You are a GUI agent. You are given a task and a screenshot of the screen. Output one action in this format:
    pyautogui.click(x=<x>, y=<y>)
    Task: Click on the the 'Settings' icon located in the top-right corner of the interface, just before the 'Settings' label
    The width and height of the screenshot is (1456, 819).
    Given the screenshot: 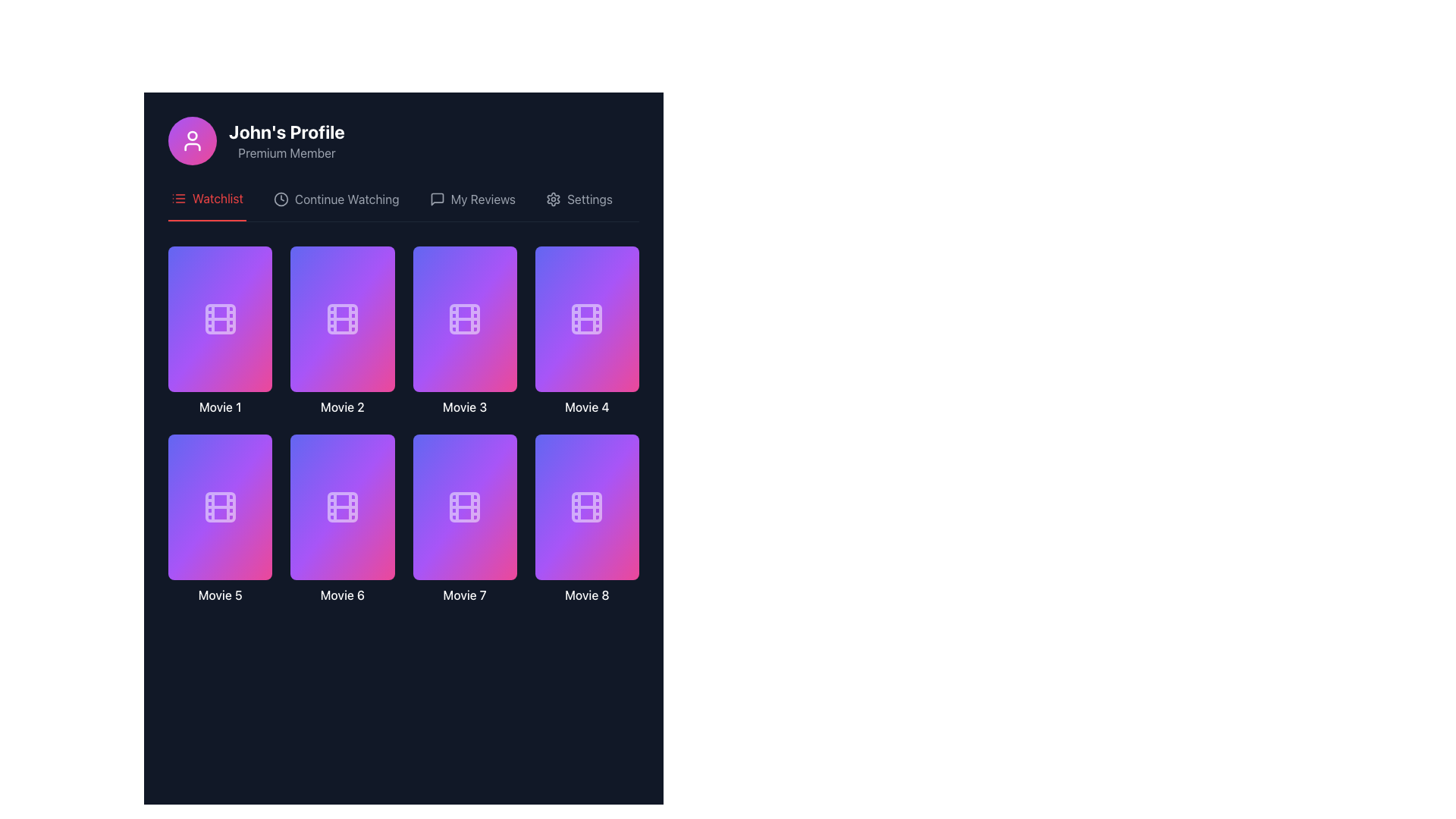 What is the action you would take?
    pyautogui.click(x=553, y=198)
    